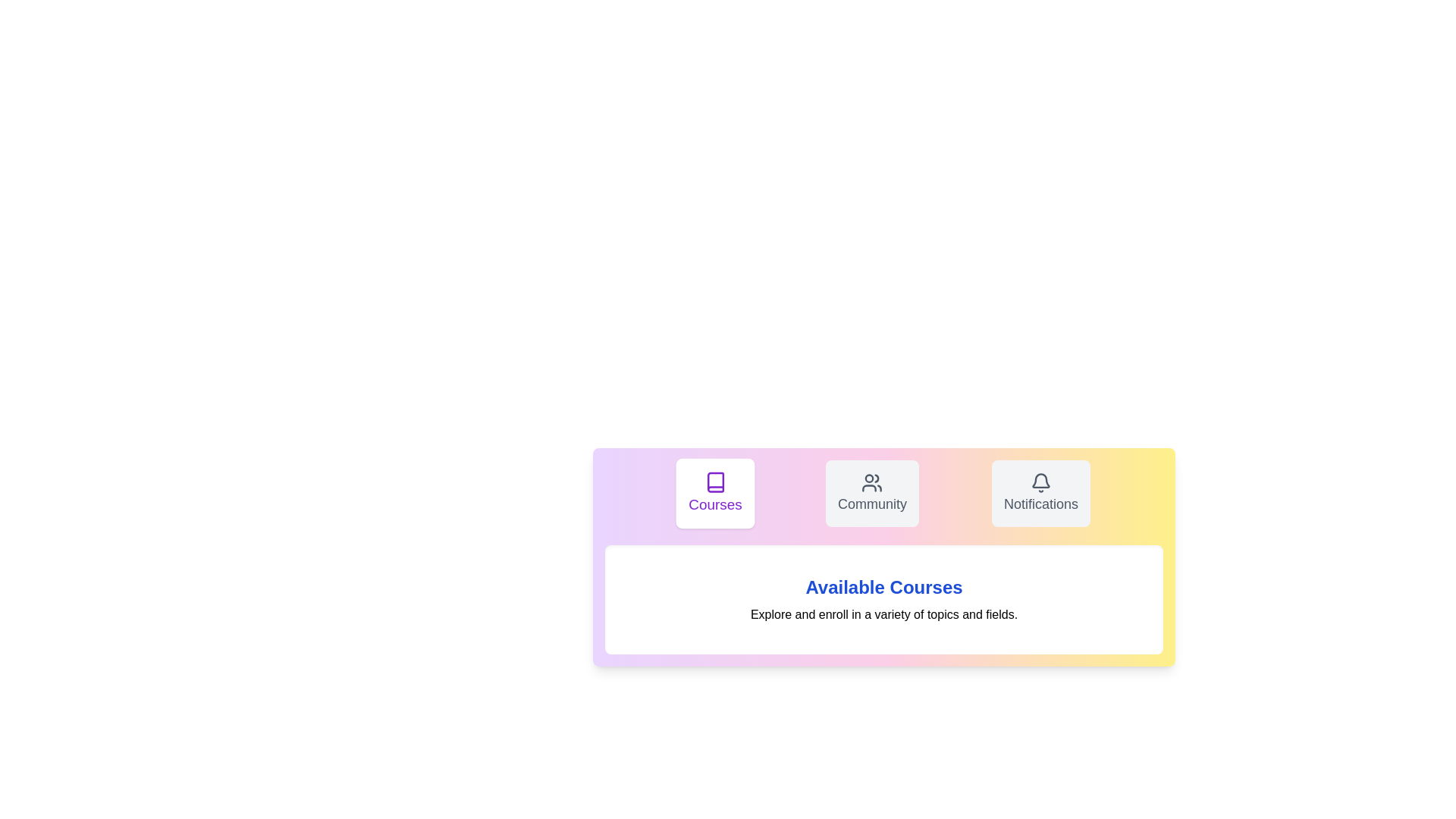 This screenshot has height=819, width=1456. Describe the element at coordinates (714, 494) in the screenshot. I see `the Courses tab` at that location.